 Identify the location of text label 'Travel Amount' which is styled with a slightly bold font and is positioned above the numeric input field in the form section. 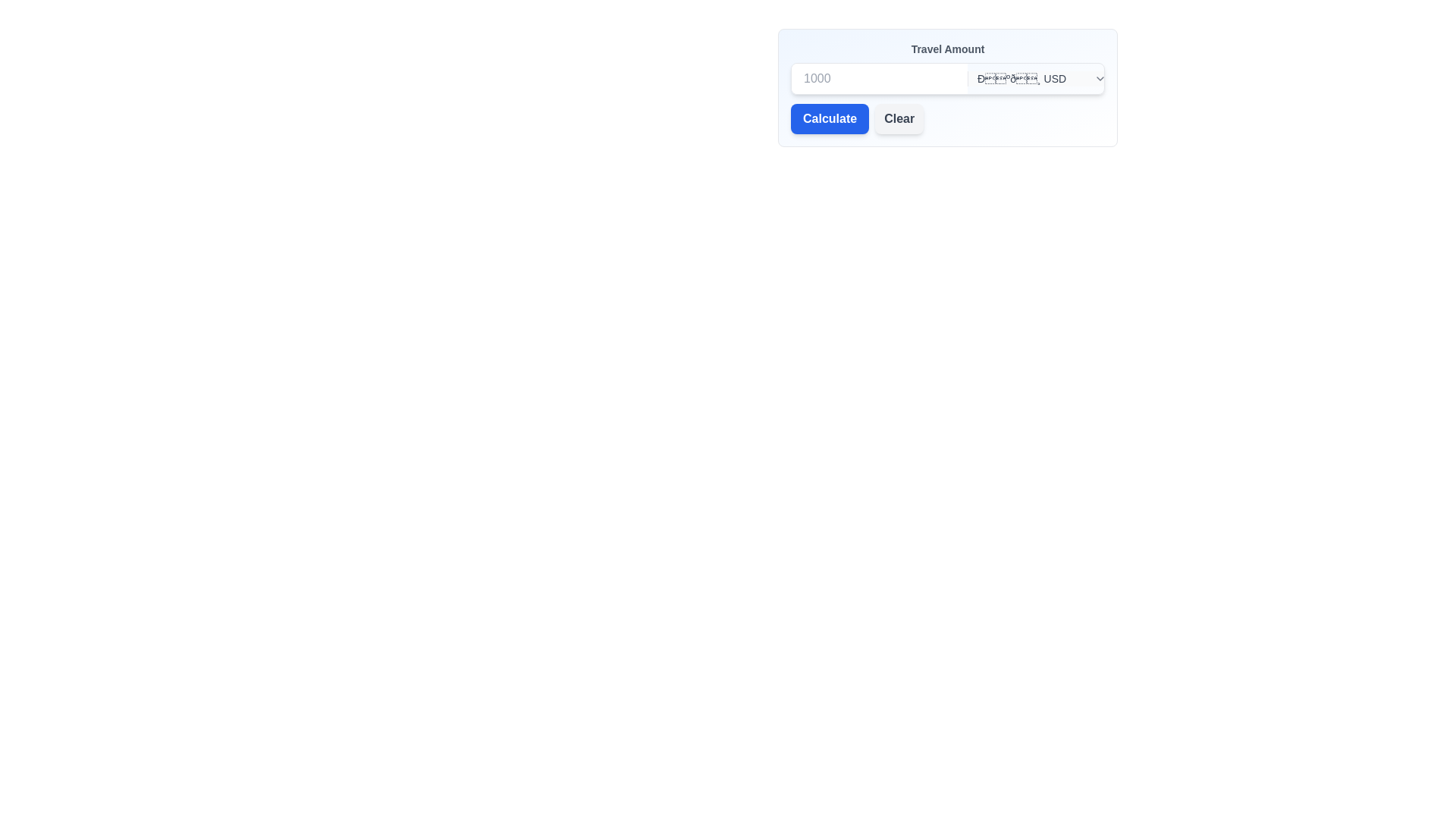
(946, 49).